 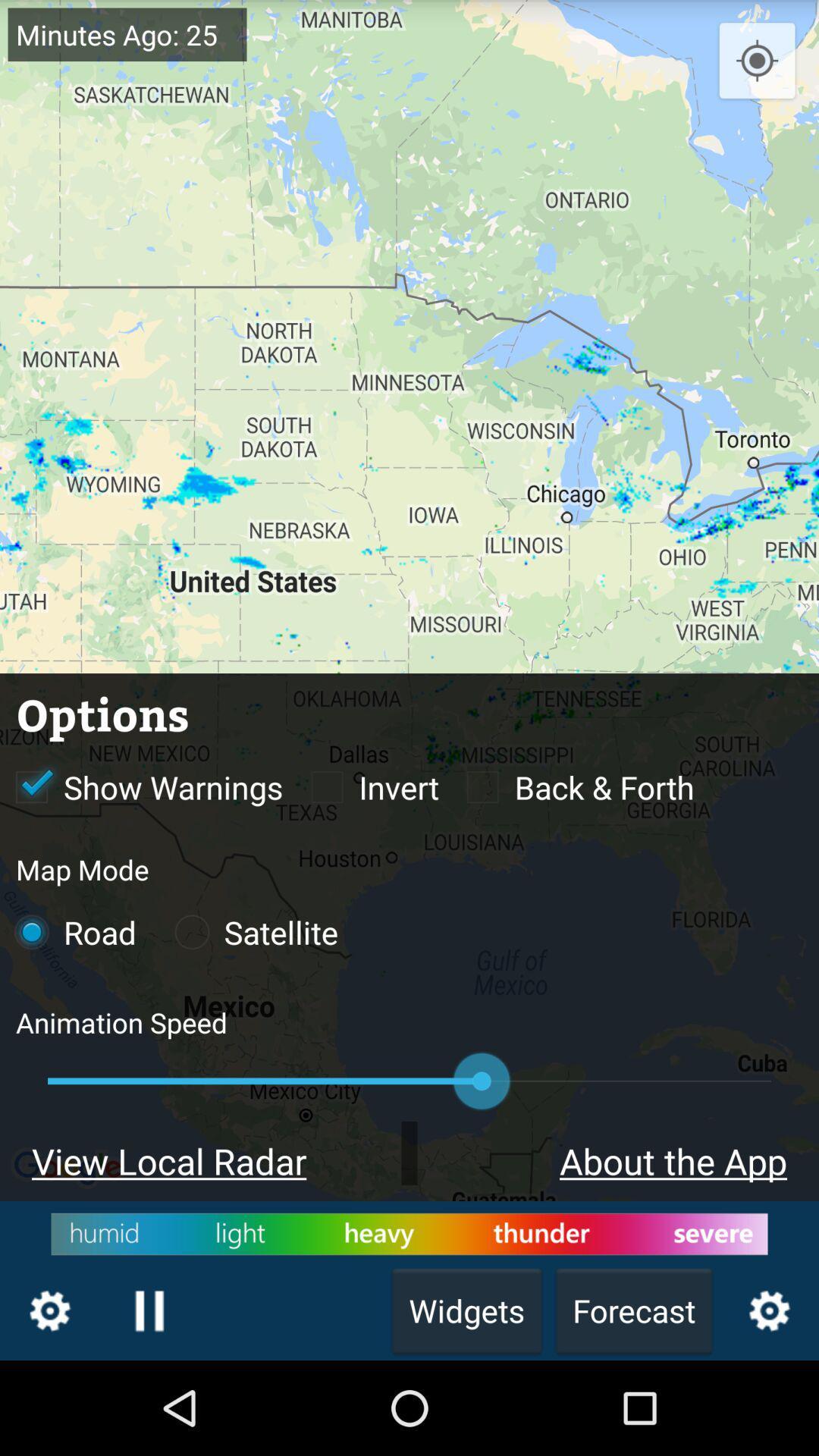 What do you see at coordinates (169, 1160) in the screenshot?
I see `the text view local radar` at bounding box center [169, 1160].